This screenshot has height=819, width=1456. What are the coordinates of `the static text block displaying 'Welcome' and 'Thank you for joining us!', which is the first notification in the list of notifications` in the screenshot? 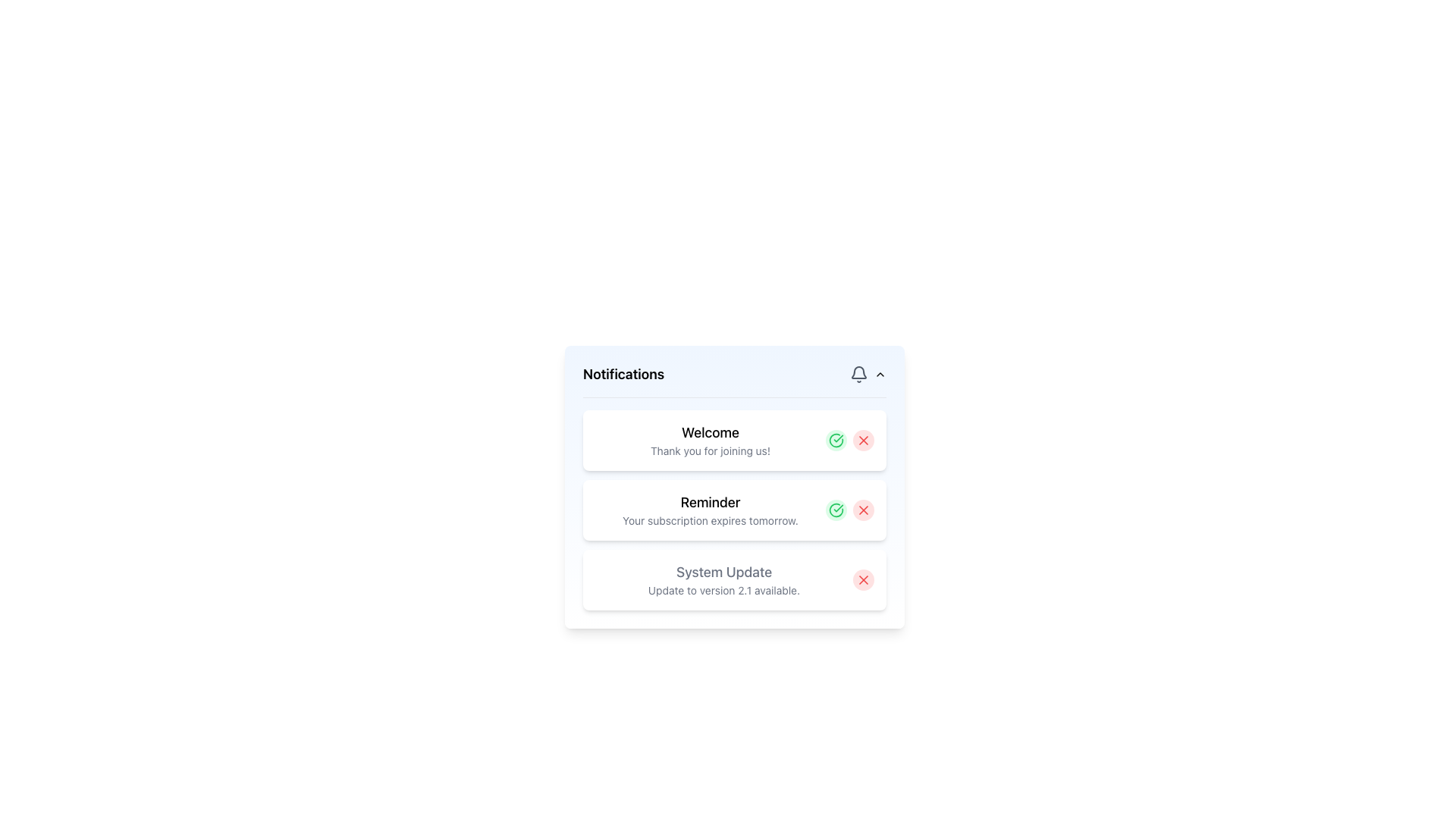 It's located at (709, 441).